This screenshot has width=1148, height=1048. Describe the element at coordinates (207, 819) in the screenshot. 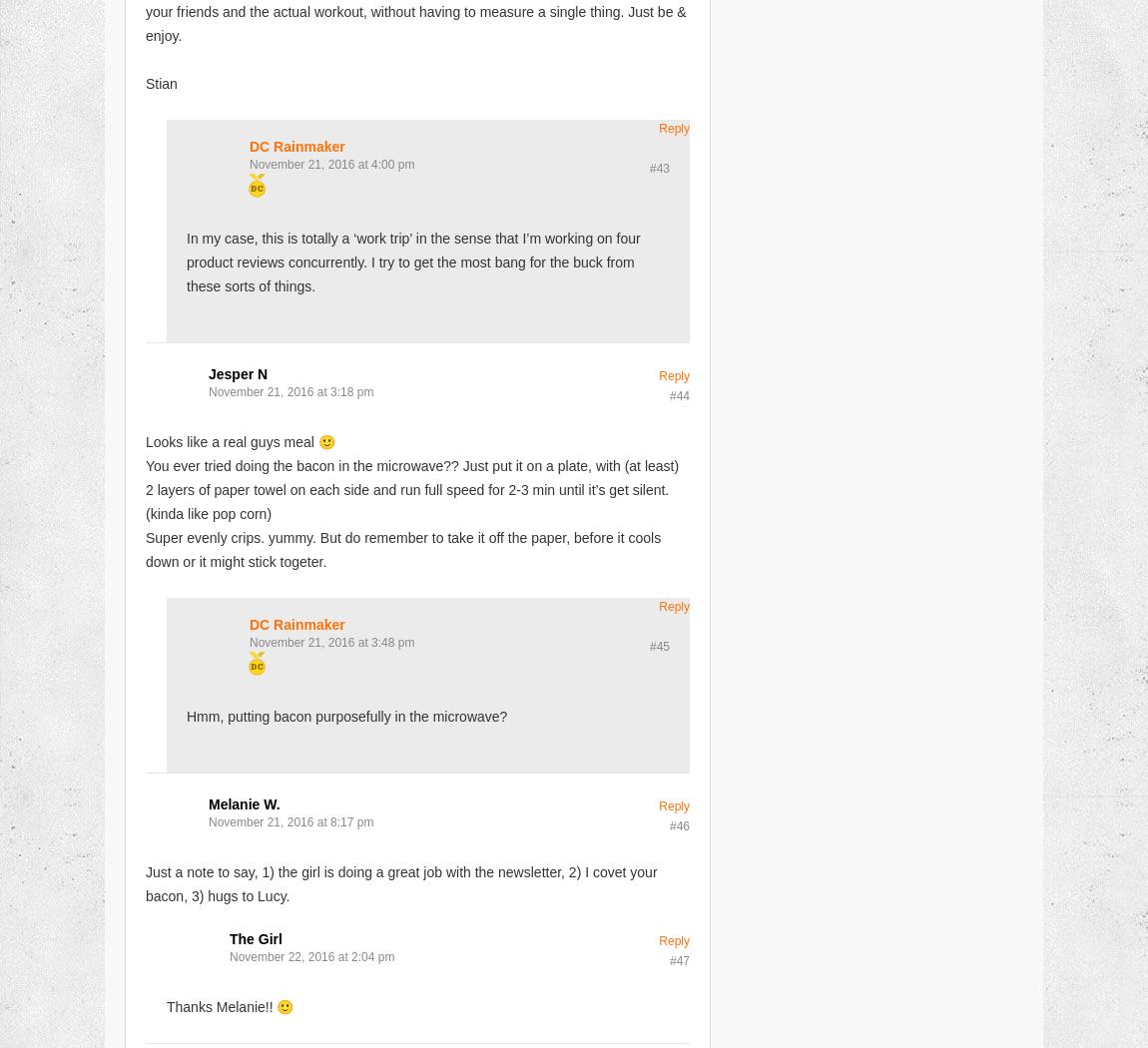

I see `'November 21, 2016 at 8:17 pm'` at that location.